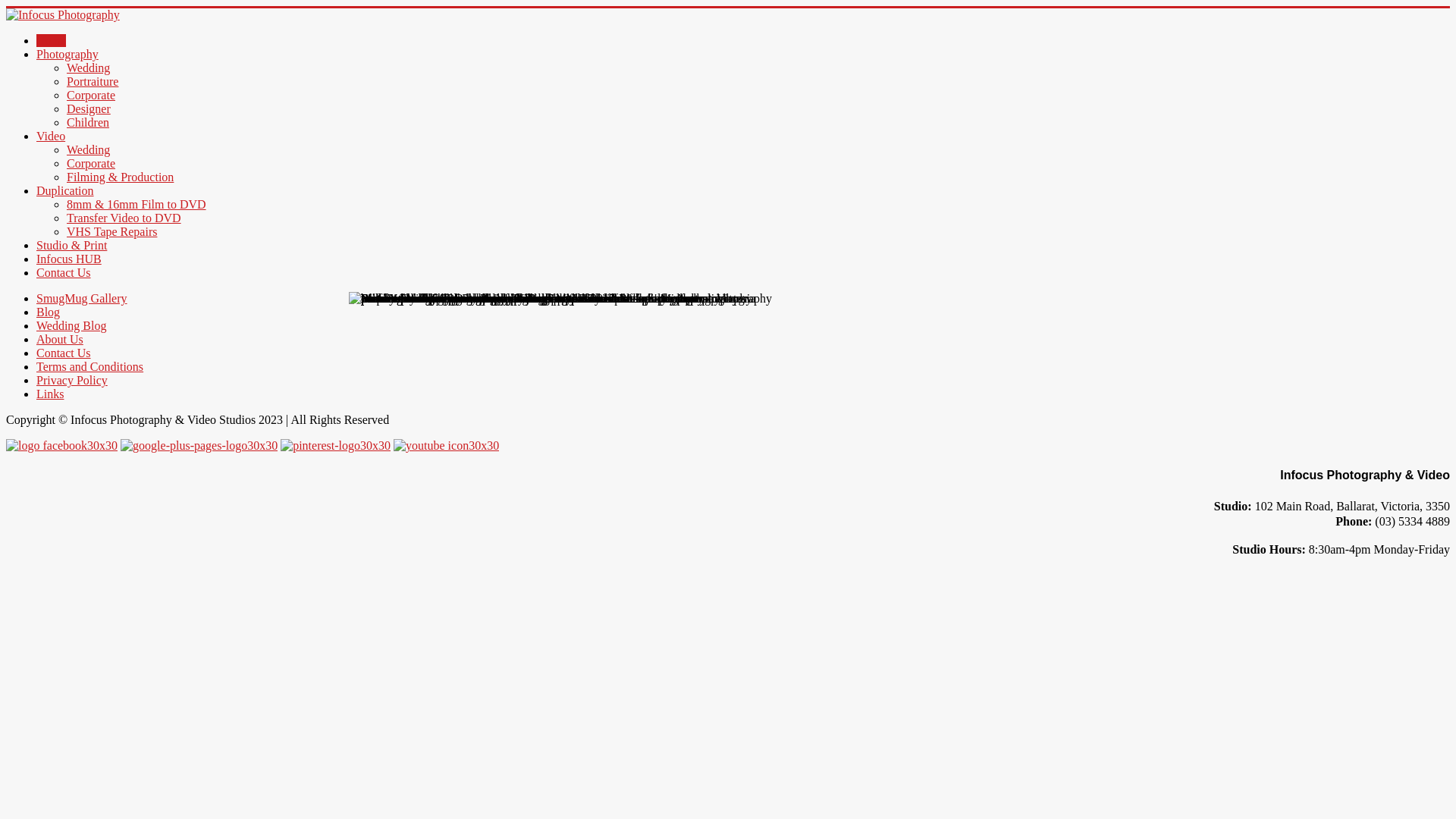 The image size is (1456, 819). Describe the element at coordinates (71, 325) in the screenshot. I see `'Wedding Blog'` at that location.